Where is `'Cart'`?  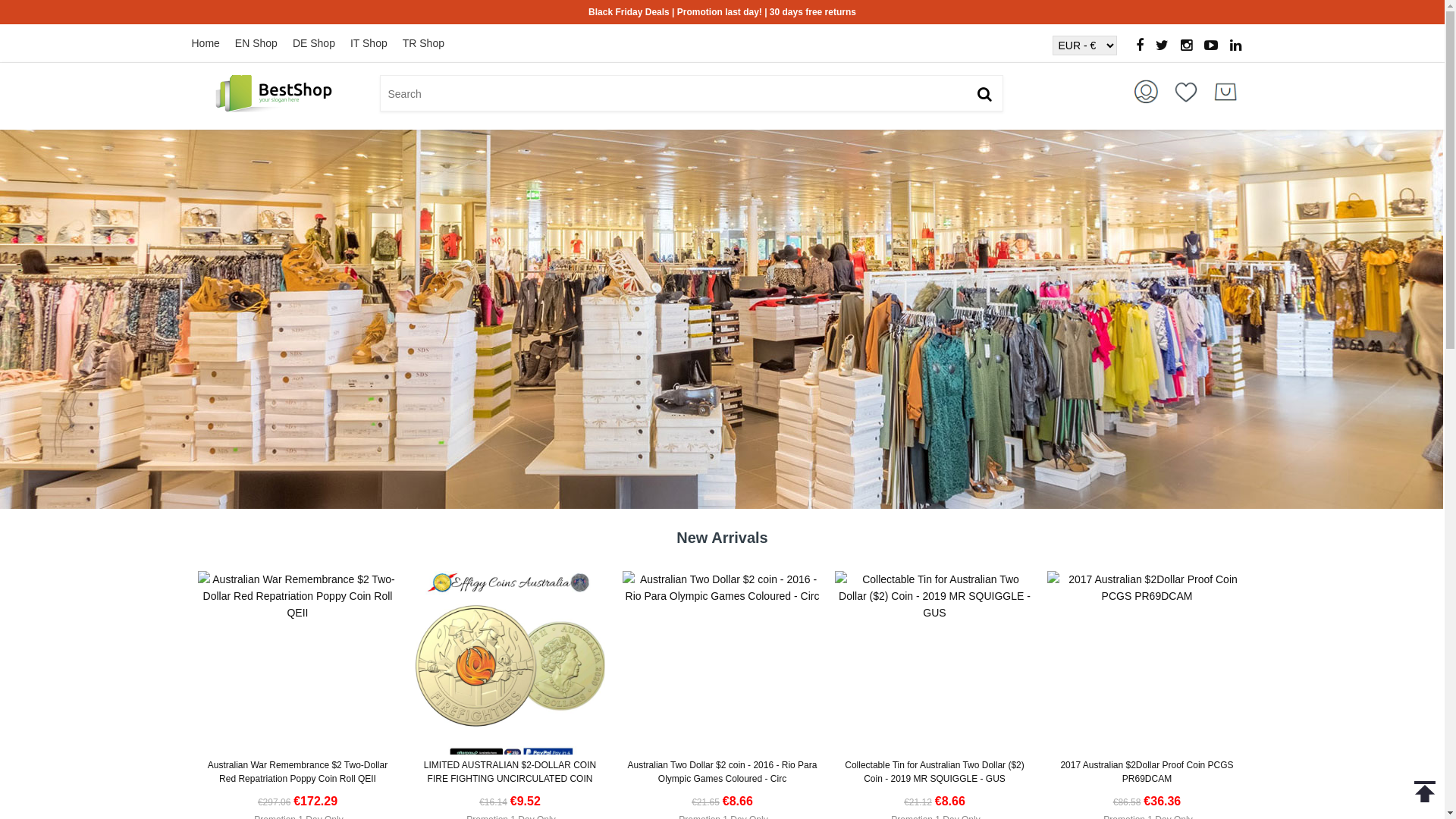
'Cart' is located at coordinates (1225, 91).